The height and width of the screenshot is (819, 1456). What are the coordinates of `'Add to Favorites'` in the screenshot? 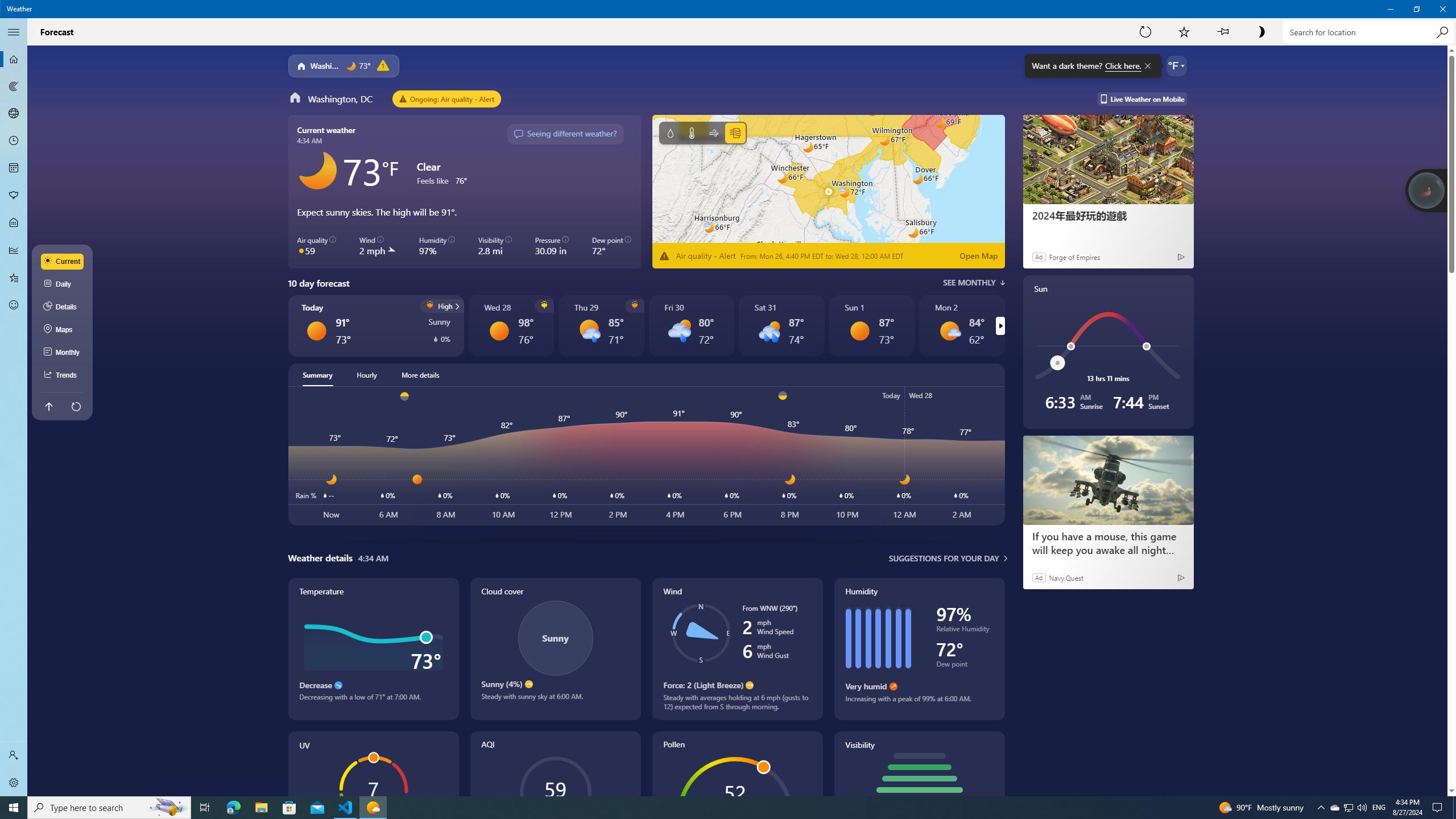 It's located at (1184, 31).